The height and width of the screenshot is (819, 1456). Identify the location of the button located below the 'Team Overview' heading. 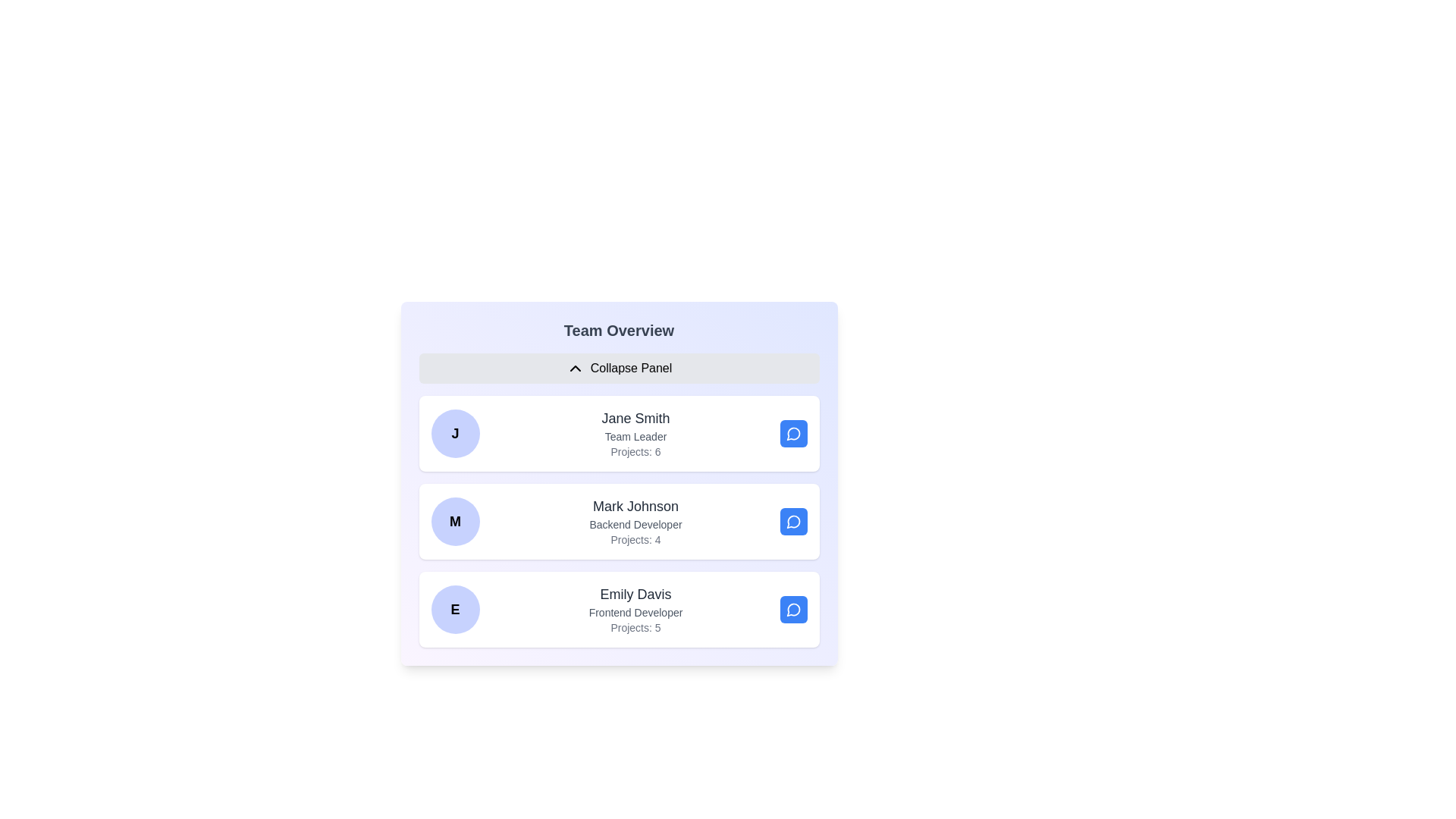
(619, 369).